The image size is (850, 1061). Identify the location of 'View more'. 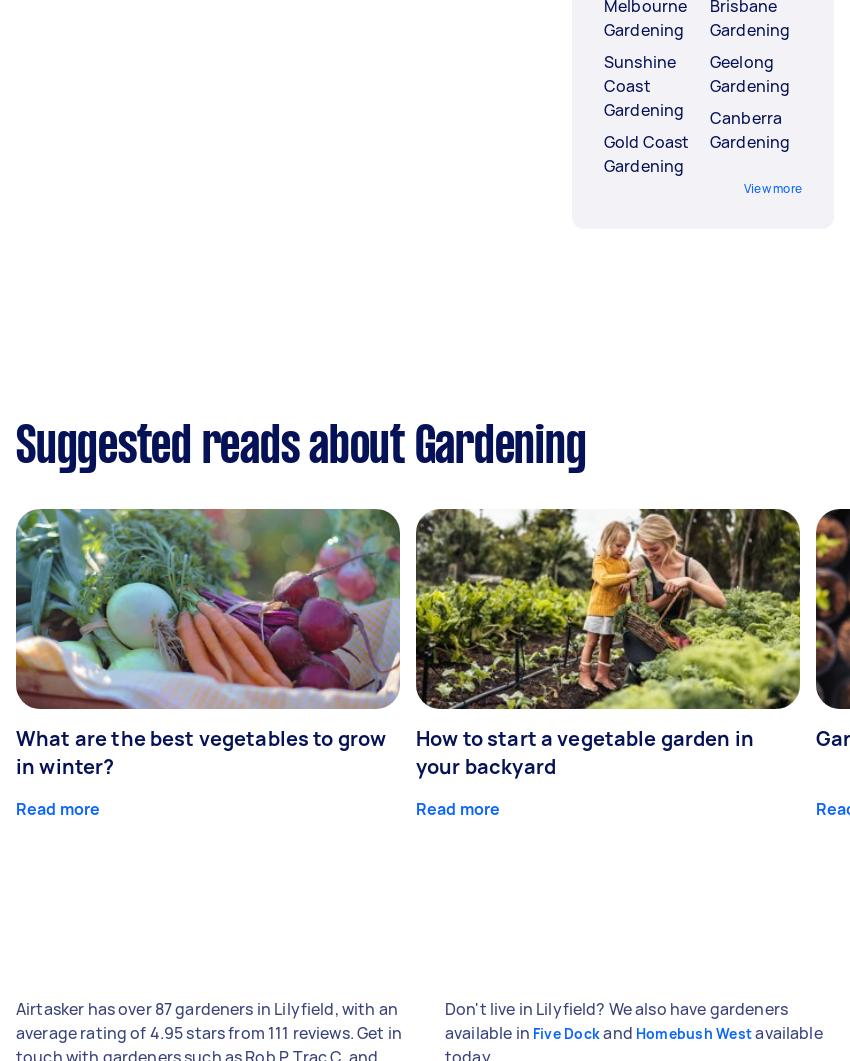
(771, 186).